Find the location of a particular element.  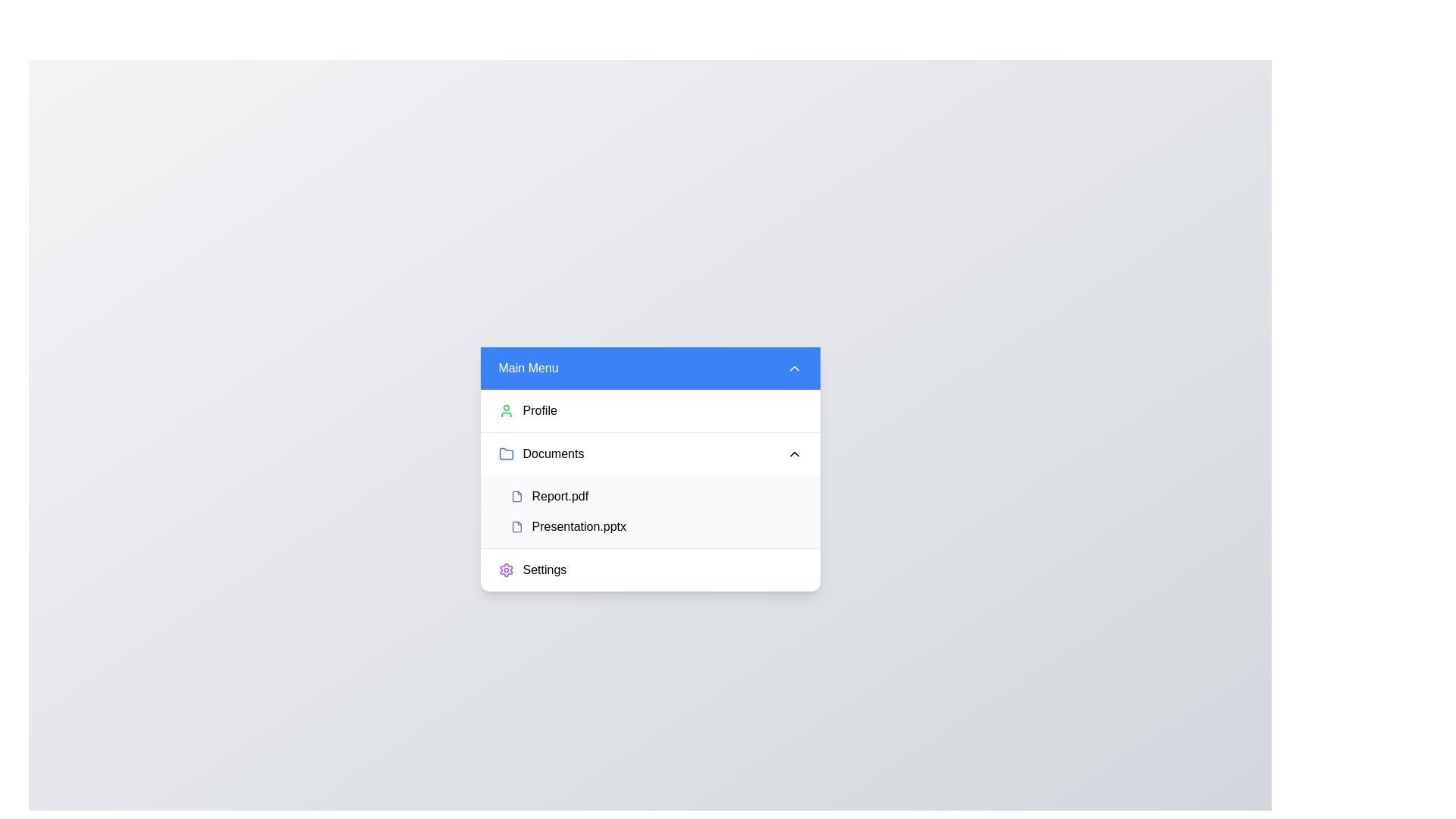

the file icon for the presentation file labeled 'Presentation.pptx', which is the fourth entry in the list under the 'Documents' category in the main menu interface is located at coordinates (516, 526).